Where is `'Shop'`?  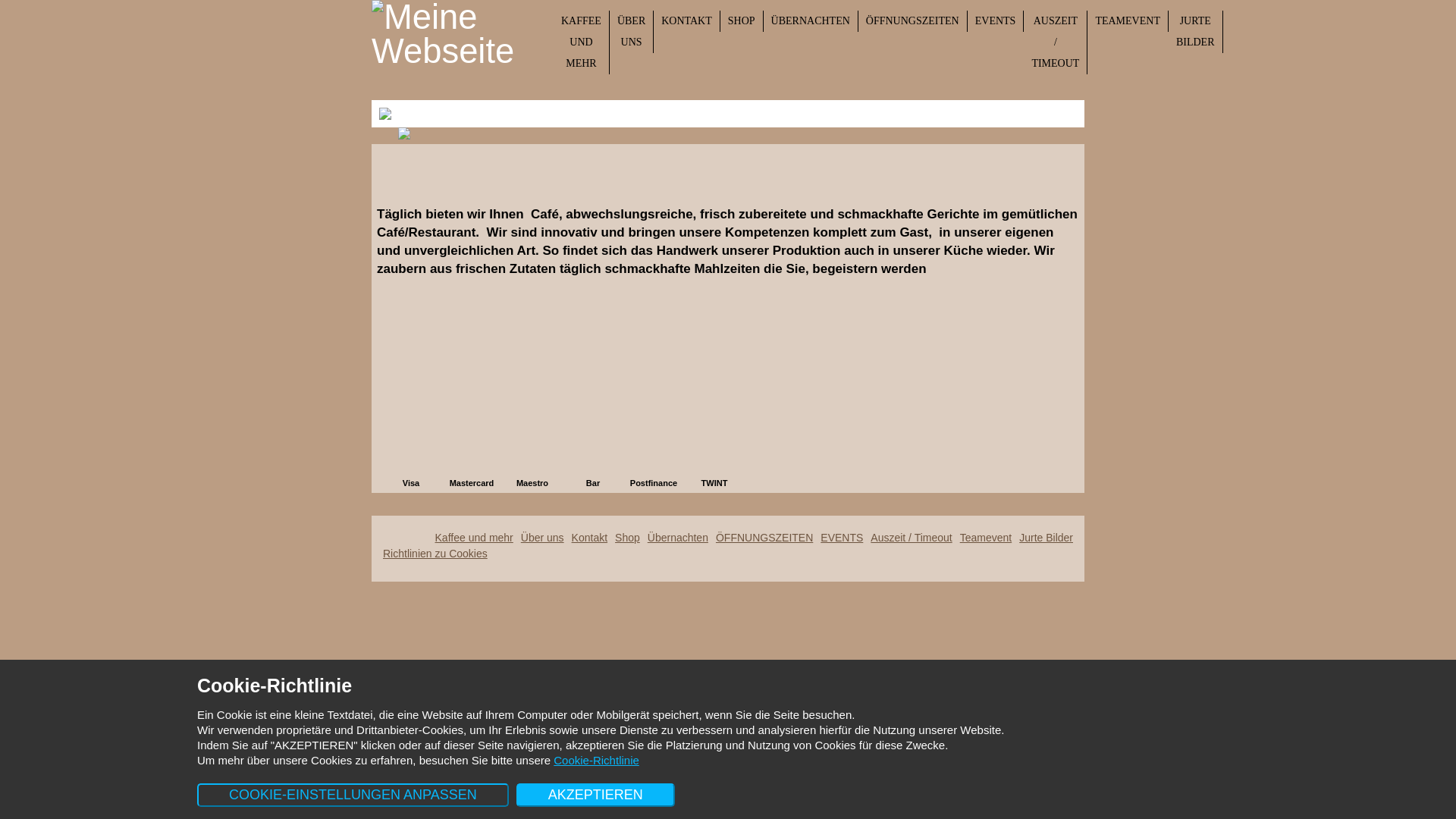 'Shop' is located at coordinates (627, 537).